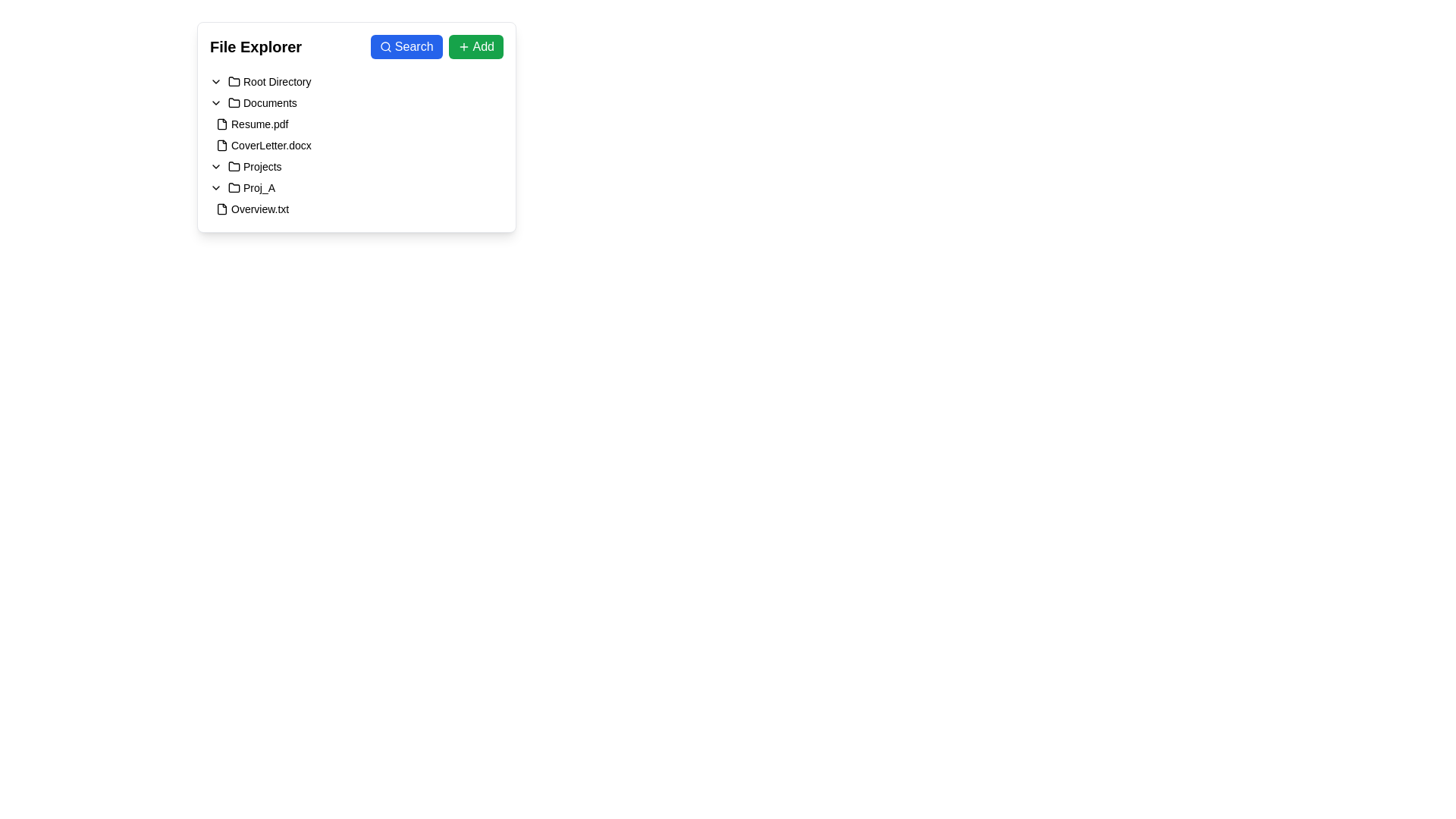  I want to click on the file icon representing 'CoverLetter.docx' in the file explorer interface, so click(221, 146).